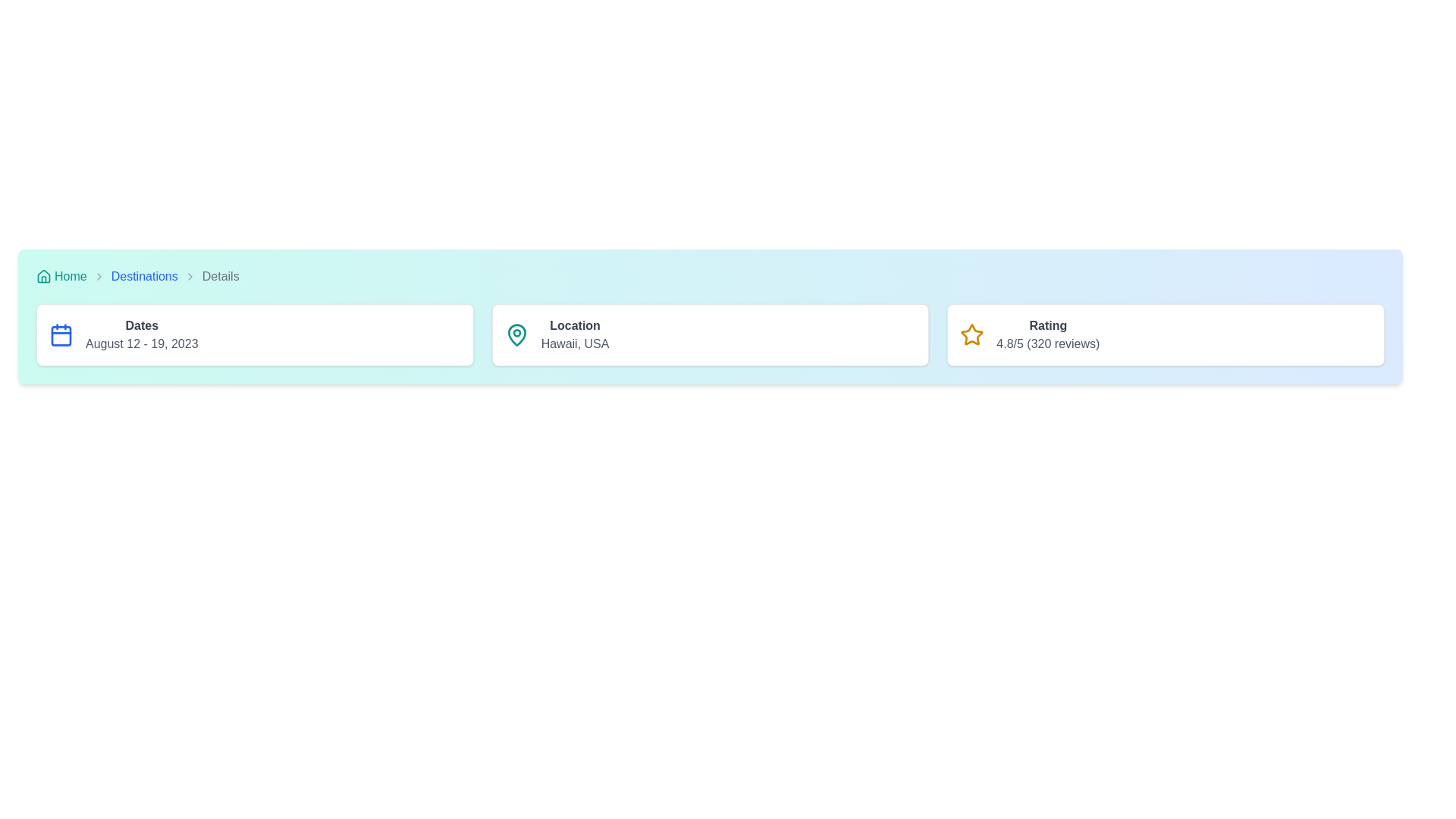  What do you see at coordinates (142, 334) in the screenshot?
I see `the 'Dates' text label, which features a bold title 'Dates' and a lighter subtitle 'August 12 - 19, 2023', located in the leftmost box of a row of three boxes` at bounding box center [142, 334].